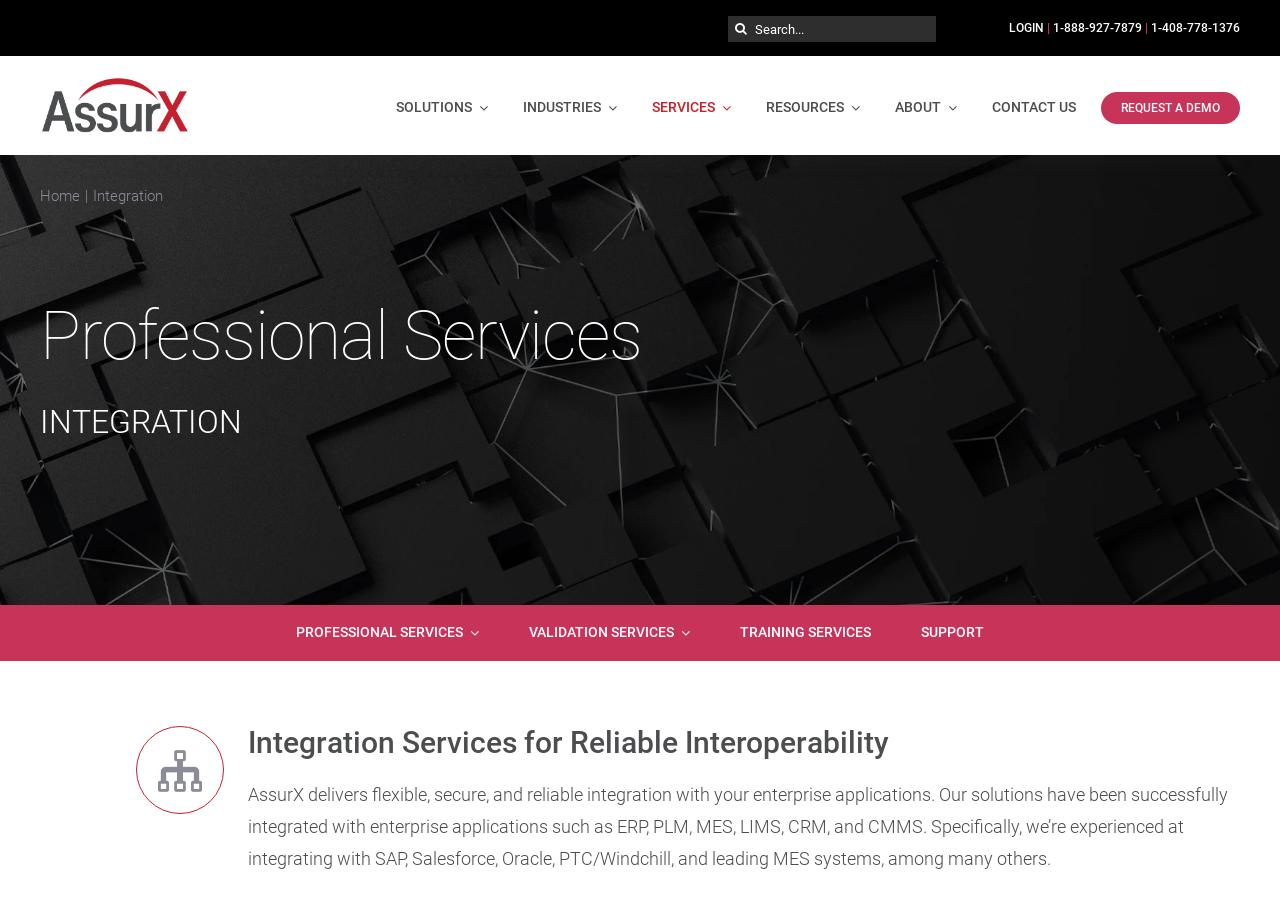 Image resolution: width=1280 pixels, height=898 pixels. Describe the element at coordinates (618, 219) in the screenshot. I see `'eMDR'` at that location.